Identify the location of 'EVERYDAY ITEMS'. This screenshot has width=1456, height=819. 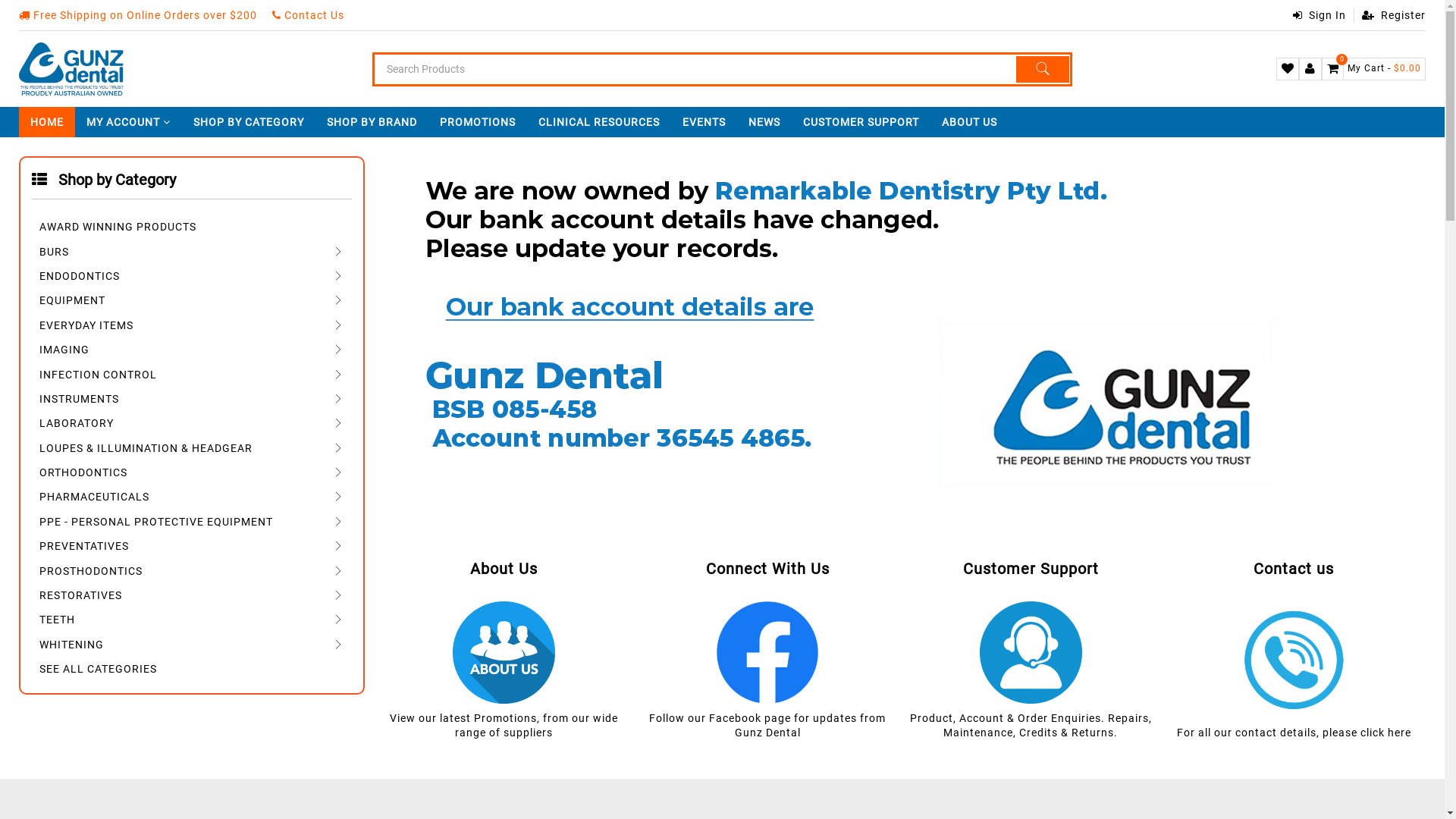
(191, 324).